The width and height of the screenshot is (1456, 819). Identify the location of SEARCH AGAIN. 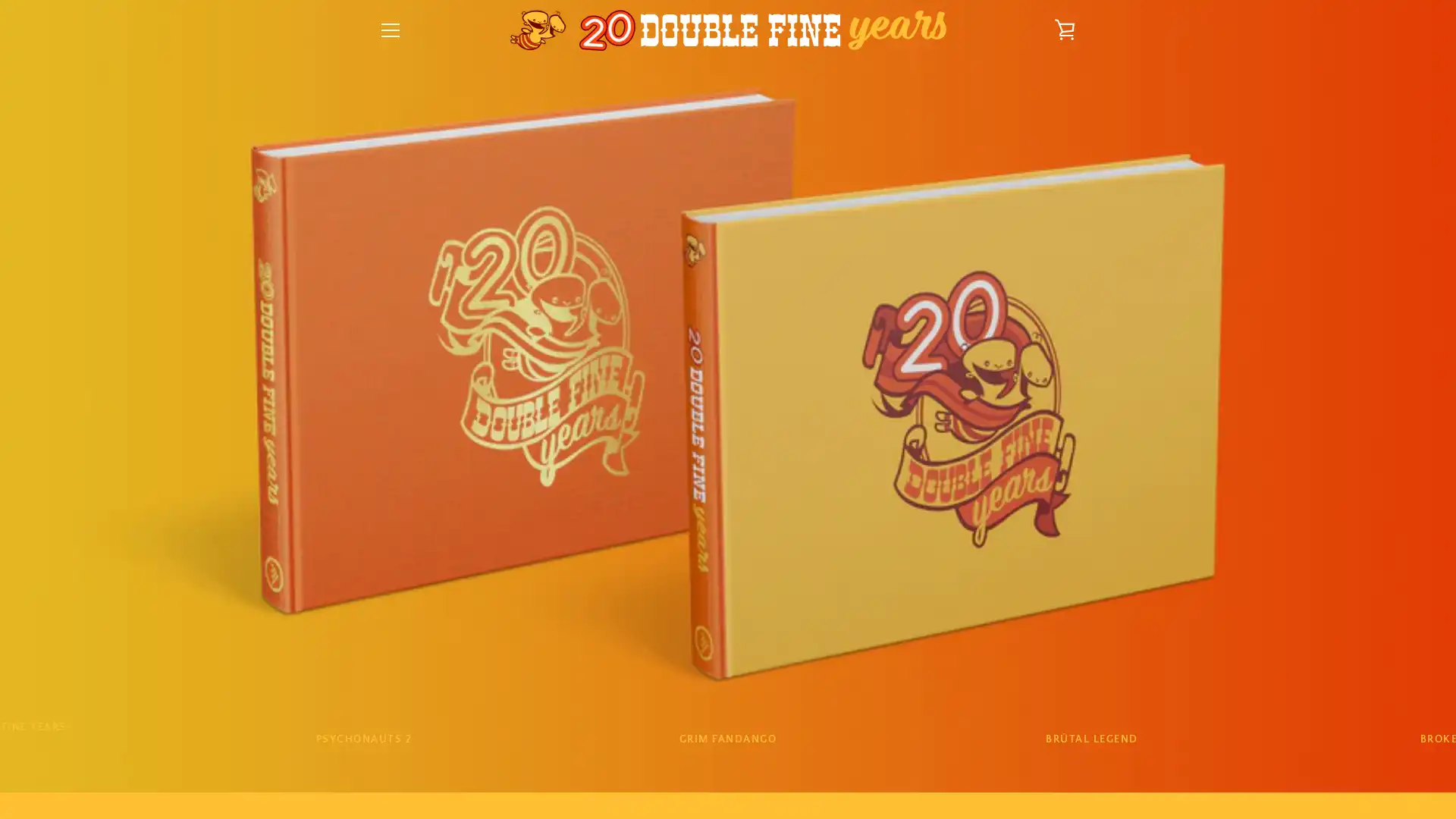
(799, 598).